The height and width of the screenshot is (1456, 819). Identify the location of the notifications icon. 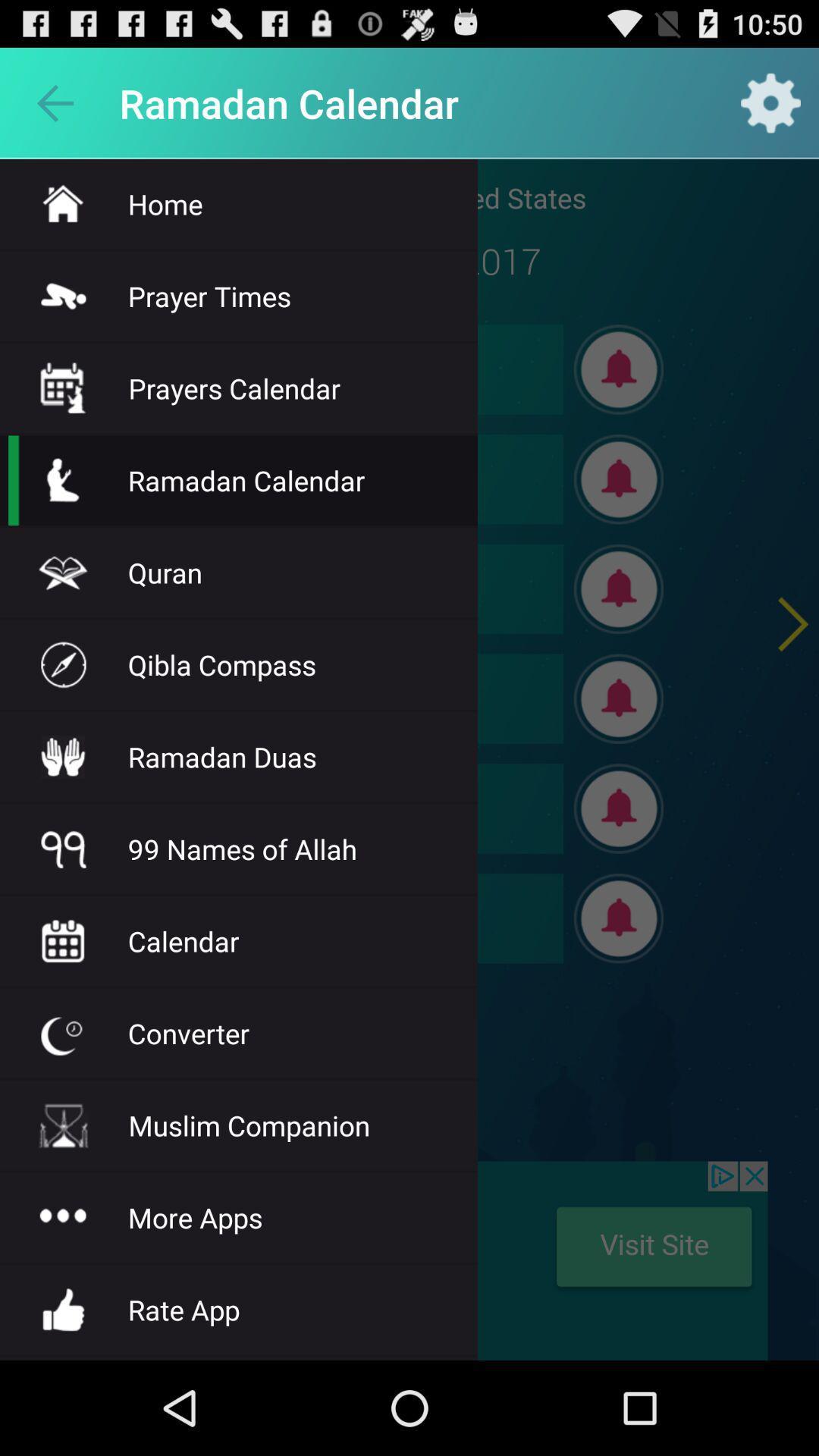
(619, 630).